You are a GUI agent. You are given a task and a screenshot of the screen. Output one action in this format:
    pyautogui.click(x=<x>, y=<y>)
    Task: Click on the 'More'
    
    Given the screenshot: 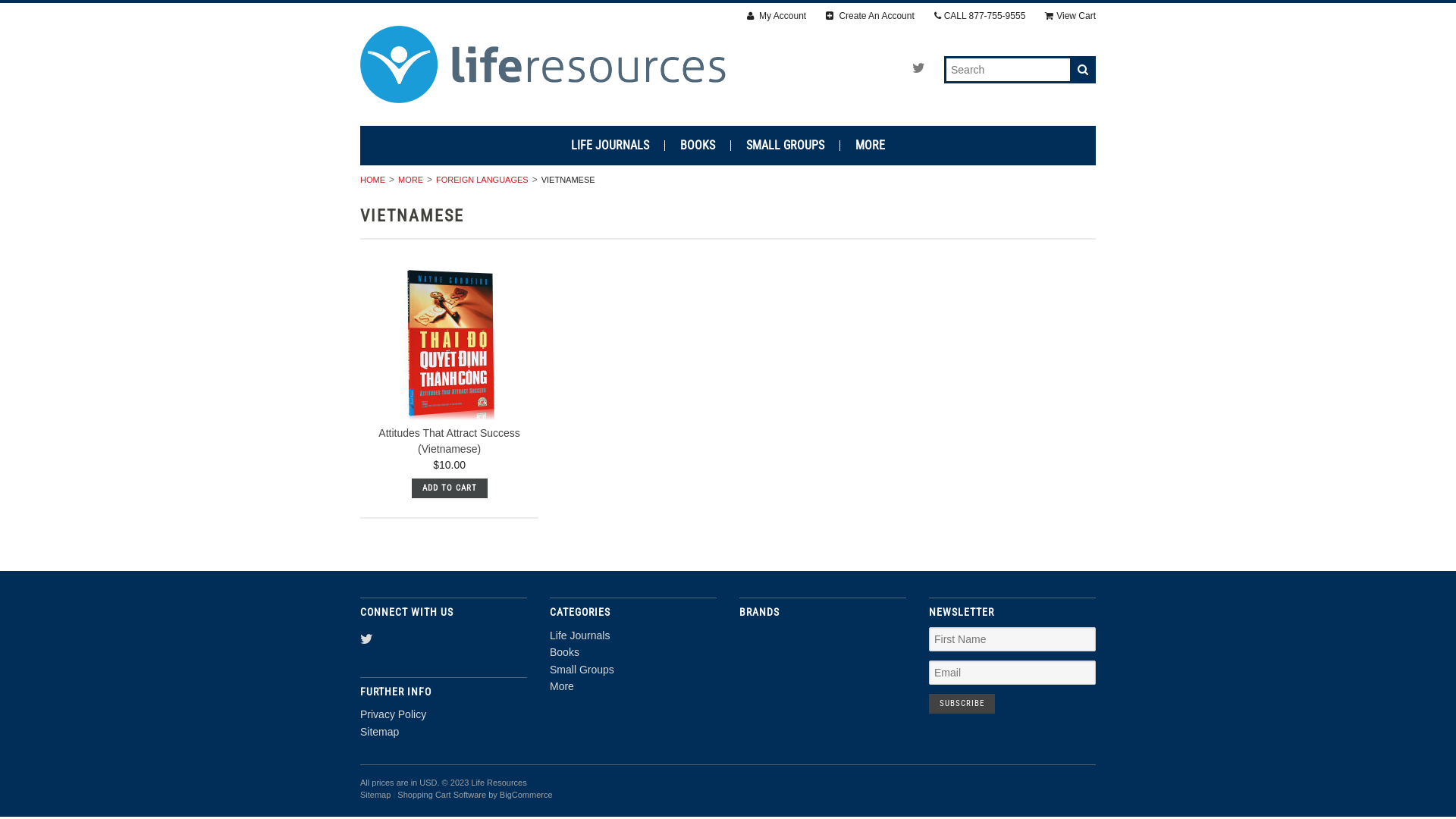 What is the action you would take?
    pyautogui.click(x=548, y=686)
    